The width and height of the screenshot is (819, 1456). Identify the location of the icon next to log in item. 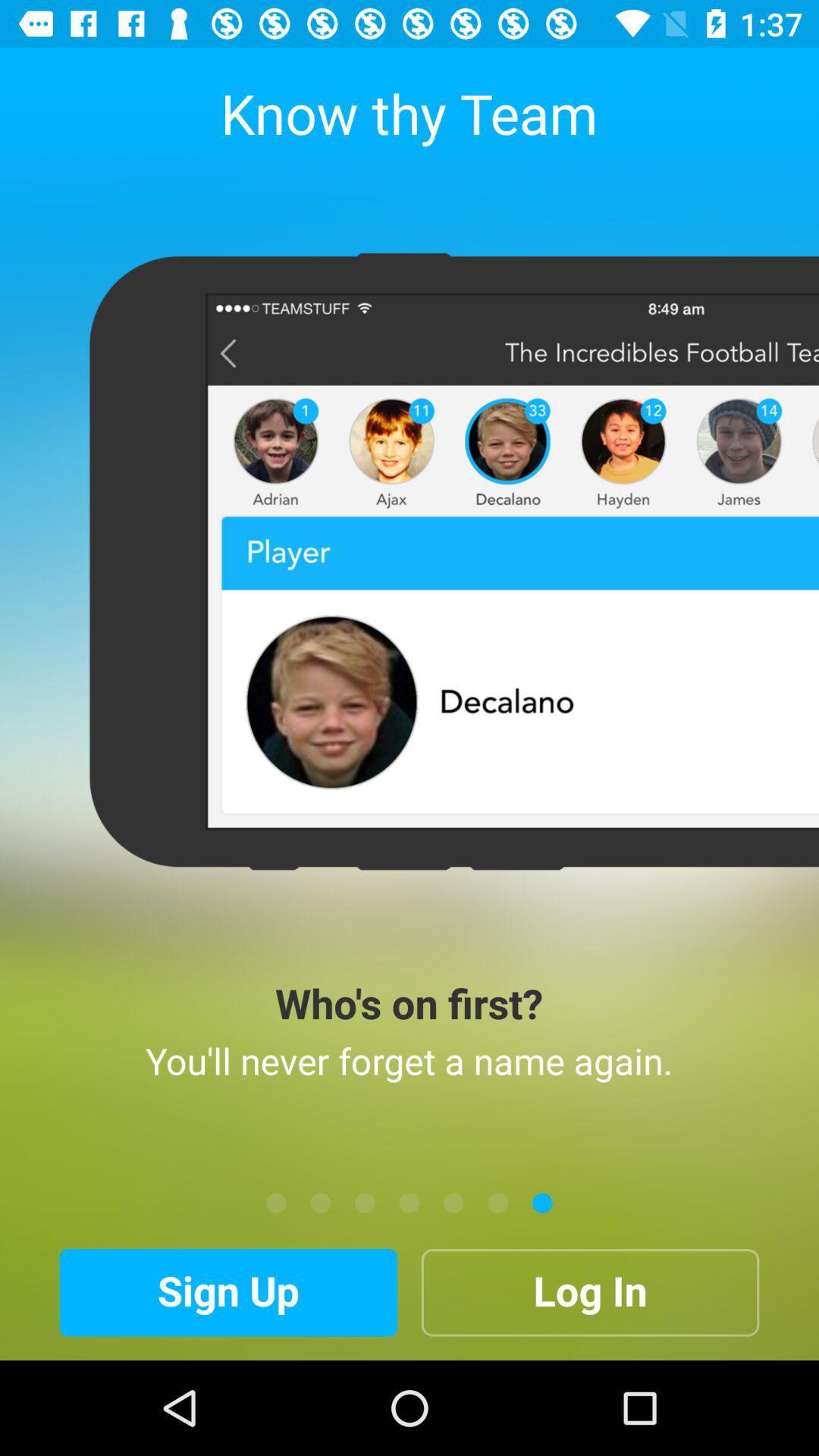
(228, 1291).